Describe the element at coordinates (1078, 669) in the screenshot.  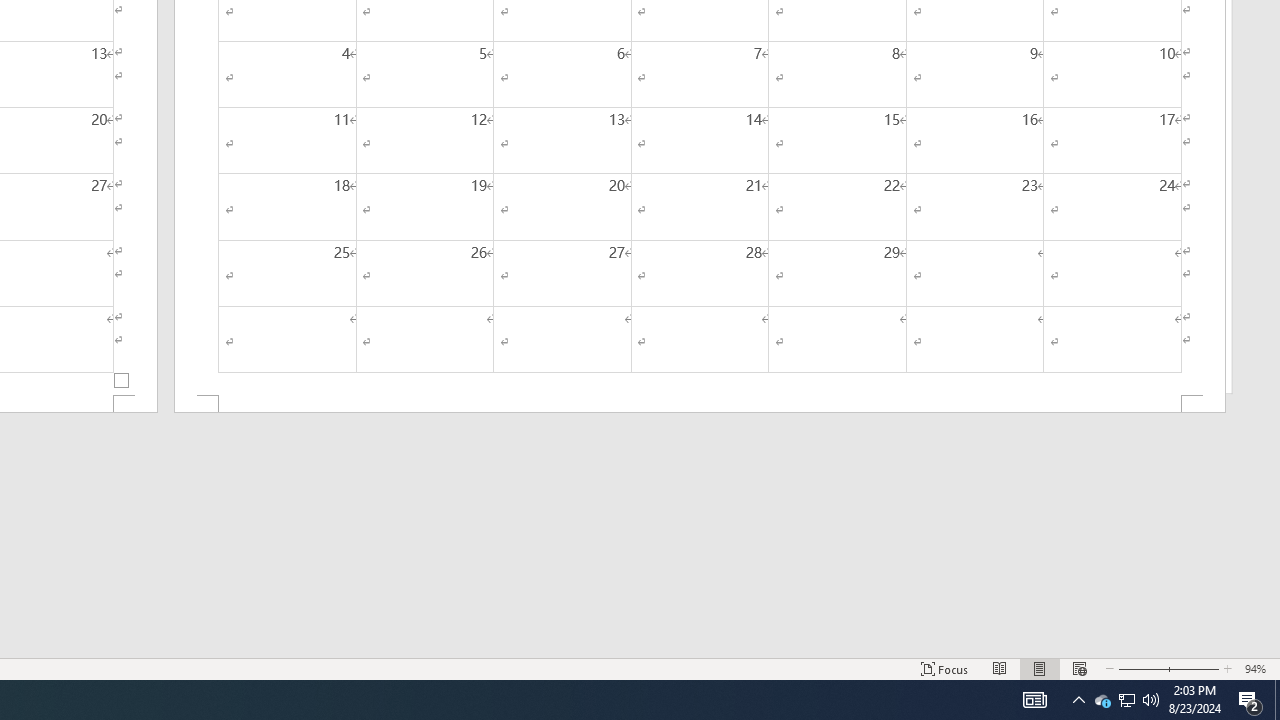
I see `'Web Layout'` at that location.